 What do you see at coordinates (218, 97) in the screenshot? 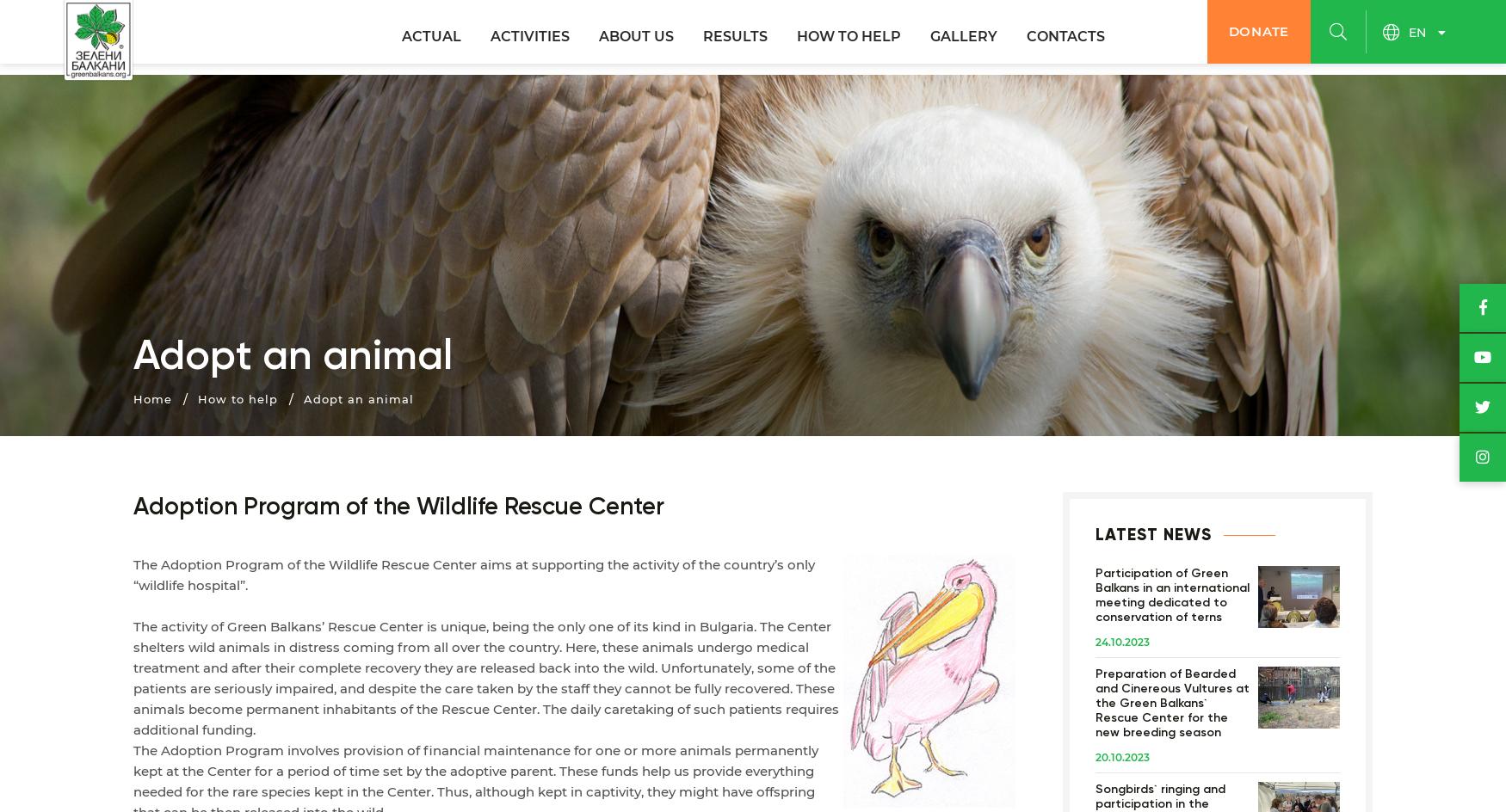
I see `'We are..'` at bounding box center [218, 97].